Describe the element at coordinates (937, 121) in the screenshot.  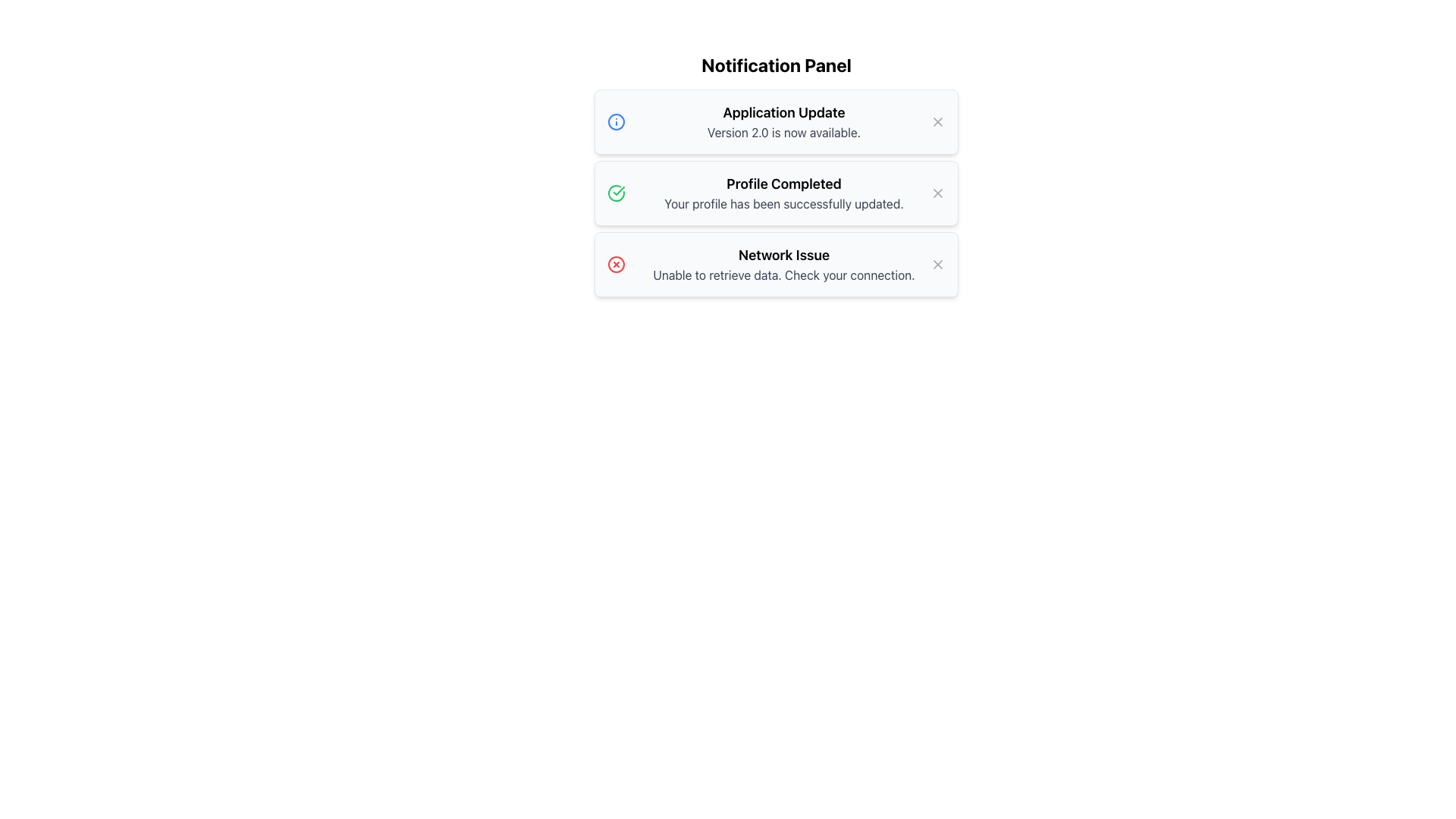
I see `the clickable 'X' icon in the top-right corner of the 'Application Update' notification box to change its color from gray to black` at that location.